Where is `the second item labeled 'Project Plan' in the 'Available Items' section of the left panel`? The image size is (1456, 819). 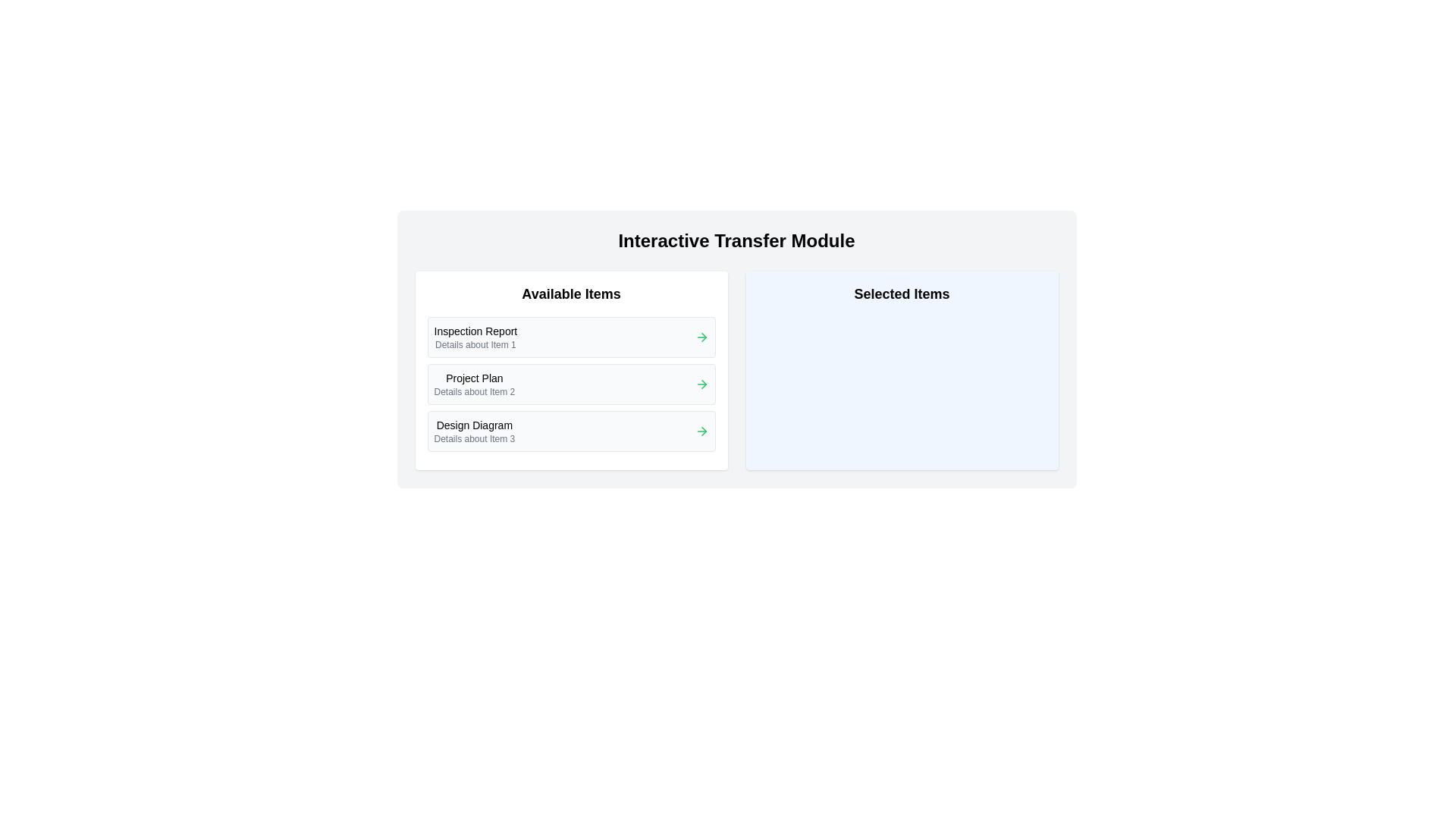
the second item labeled 'Project Plan' in the 'Available Items' section of the left panel is located at coordinates (570, 383).